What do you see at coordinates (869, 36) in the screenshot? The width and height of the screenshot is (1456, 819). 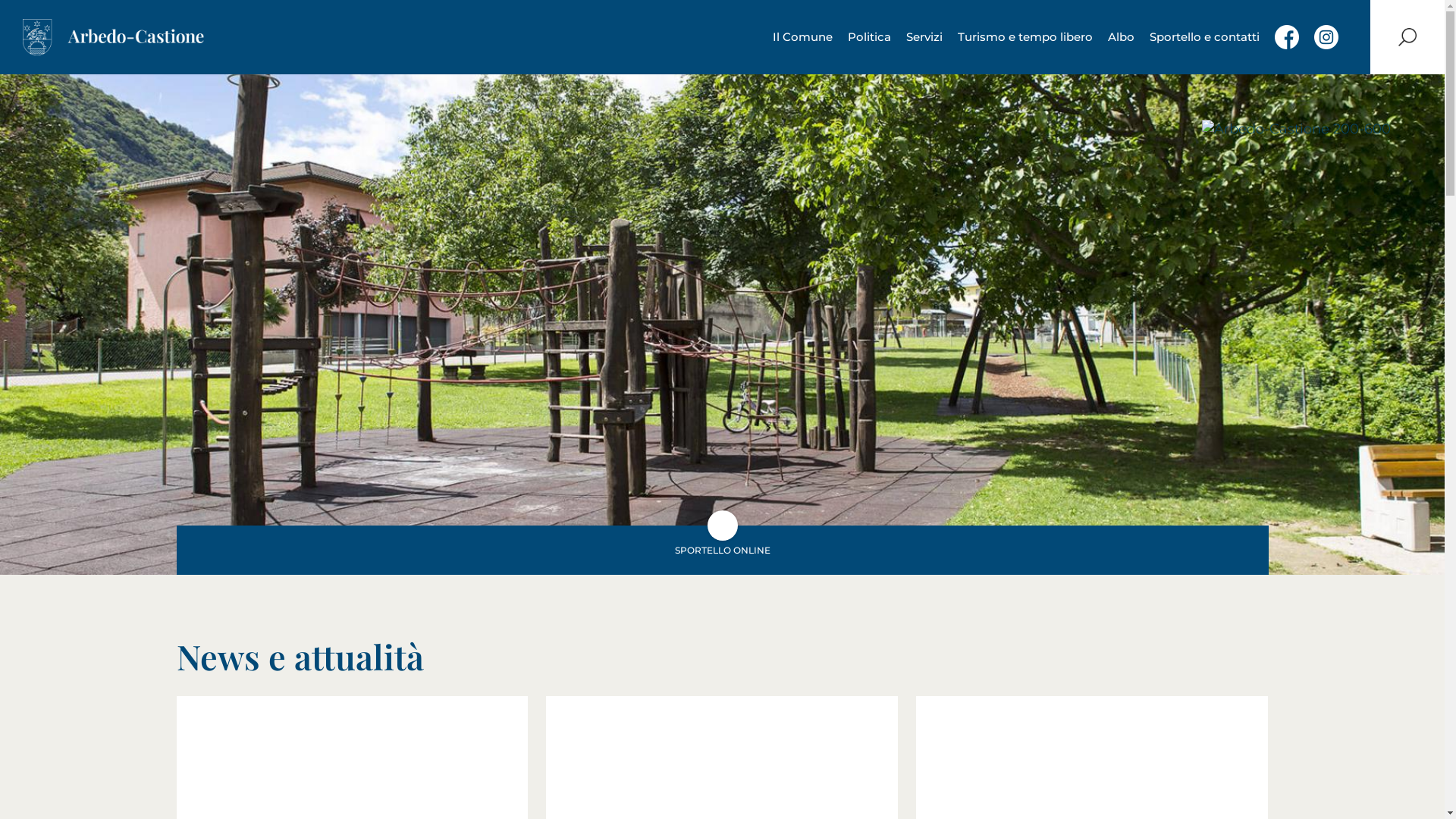 I see `'Politica'` at bounding box center [869, 36].